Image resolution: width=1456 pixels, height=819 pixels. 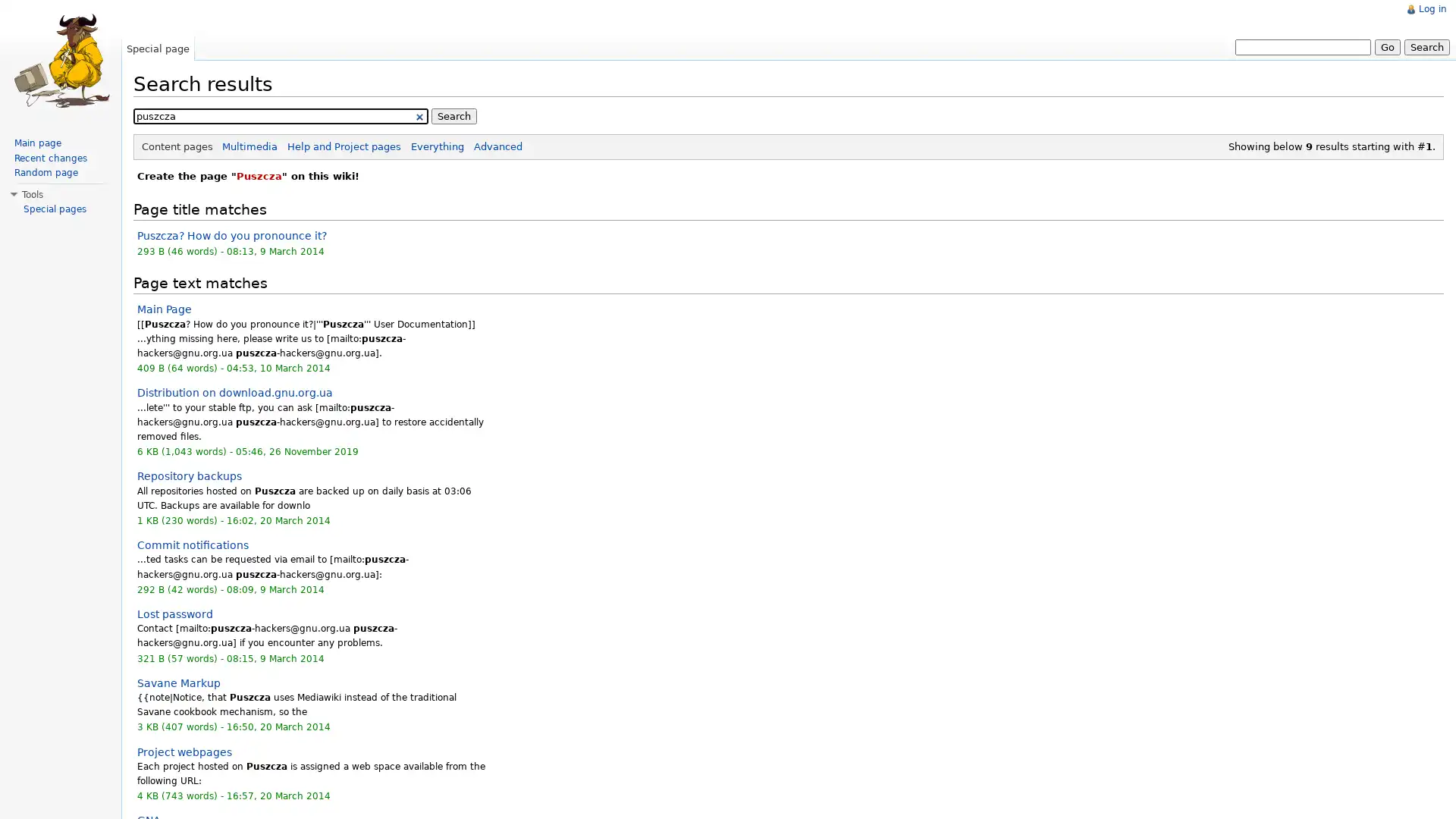 I want to click on Search, so click(x=453, y=115).